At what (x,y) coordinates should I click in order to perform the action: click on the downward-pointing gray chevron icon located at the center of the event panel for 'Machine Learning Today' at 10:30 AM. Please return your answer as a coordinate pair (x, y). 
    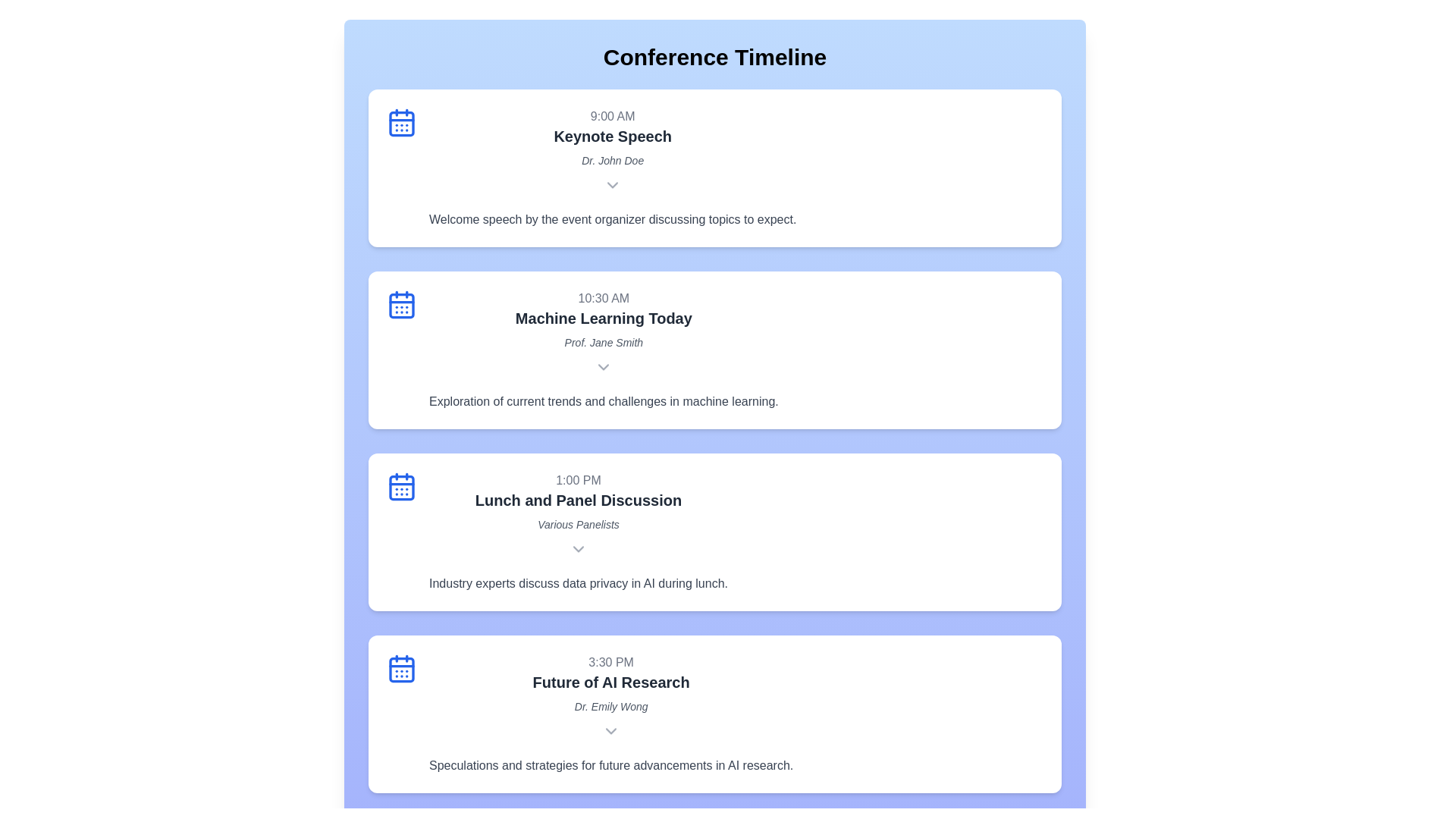
    Looking at the image, I should click on (603, 369).